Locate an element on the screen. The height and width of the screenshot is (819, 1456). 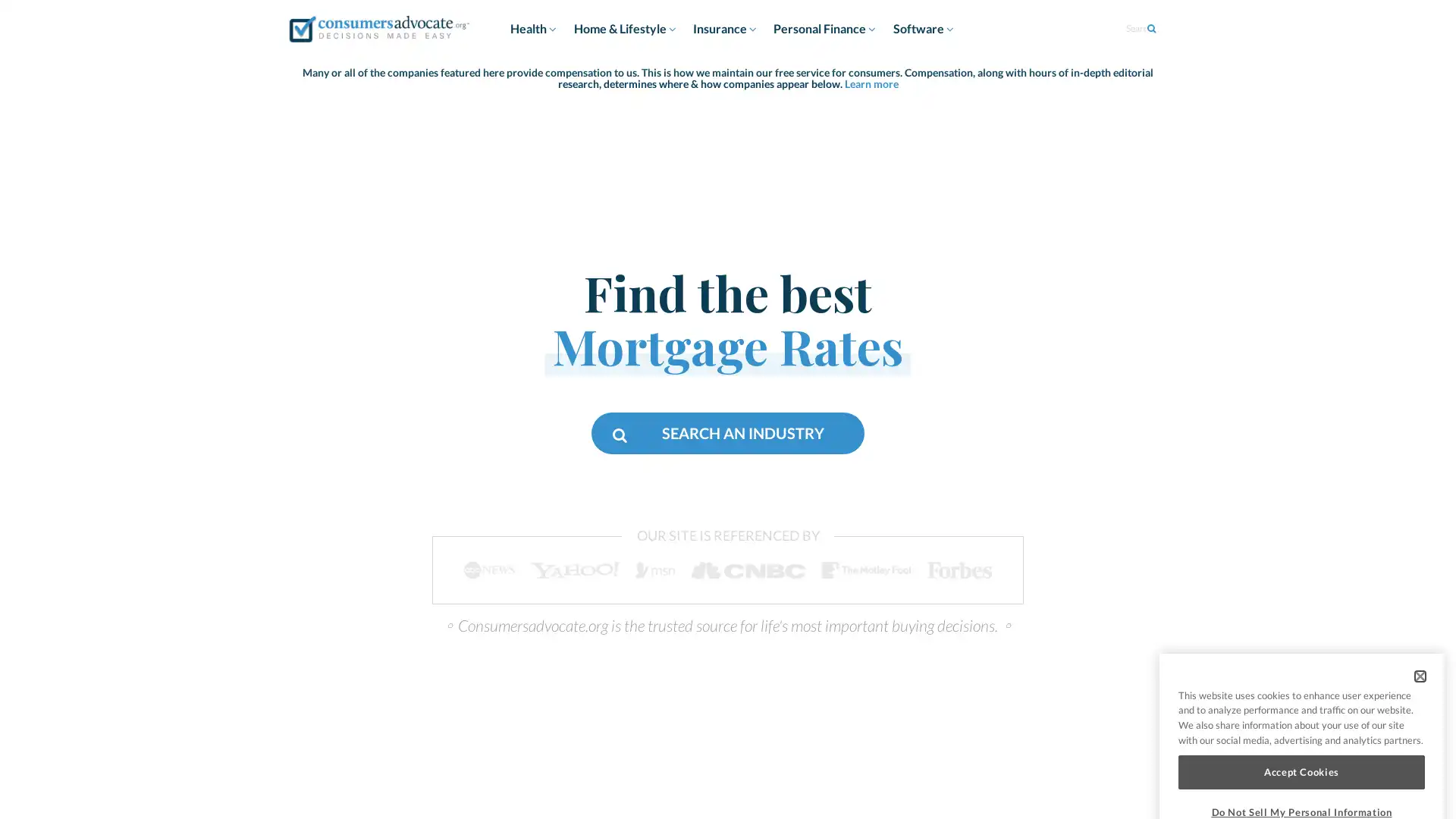
Accept Cookies is located at coordinates (1301, 719).